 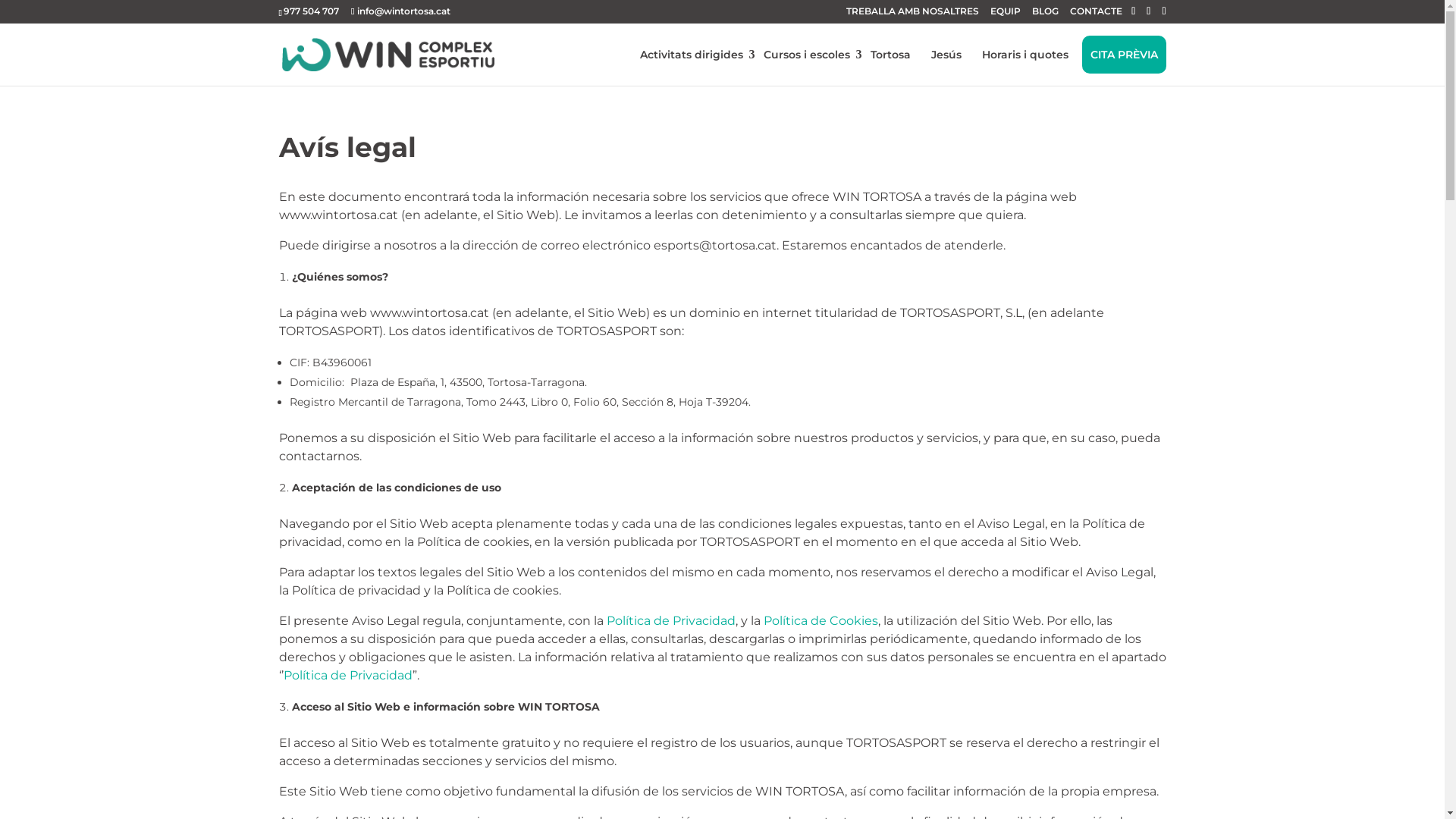 I want to click on 'Tortosa', so click(x=890, y=54).